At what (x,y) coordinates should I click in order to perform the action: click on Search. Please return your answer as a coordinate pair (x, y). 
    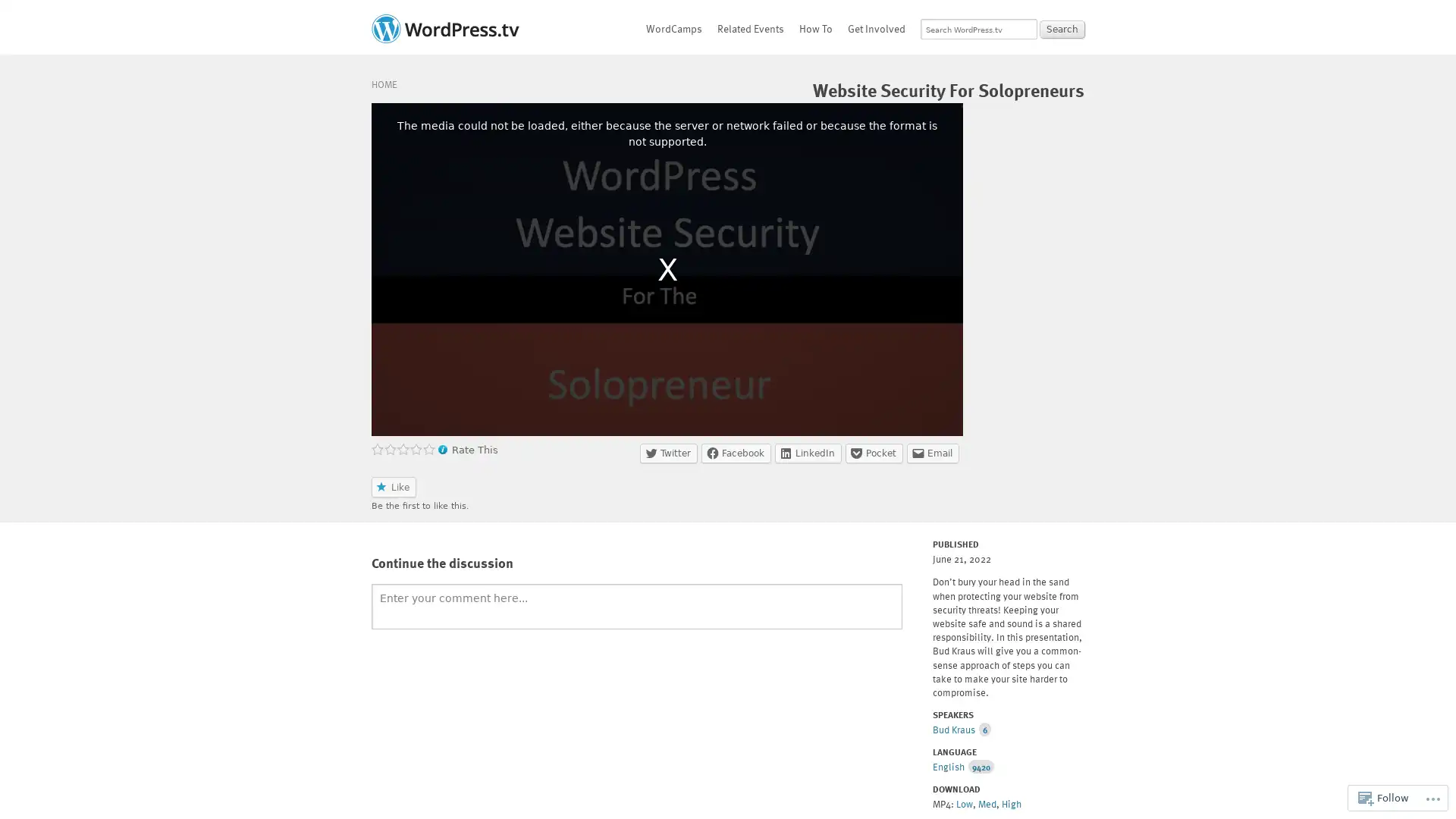
    Looking at the image, I should click on (1062, 29).